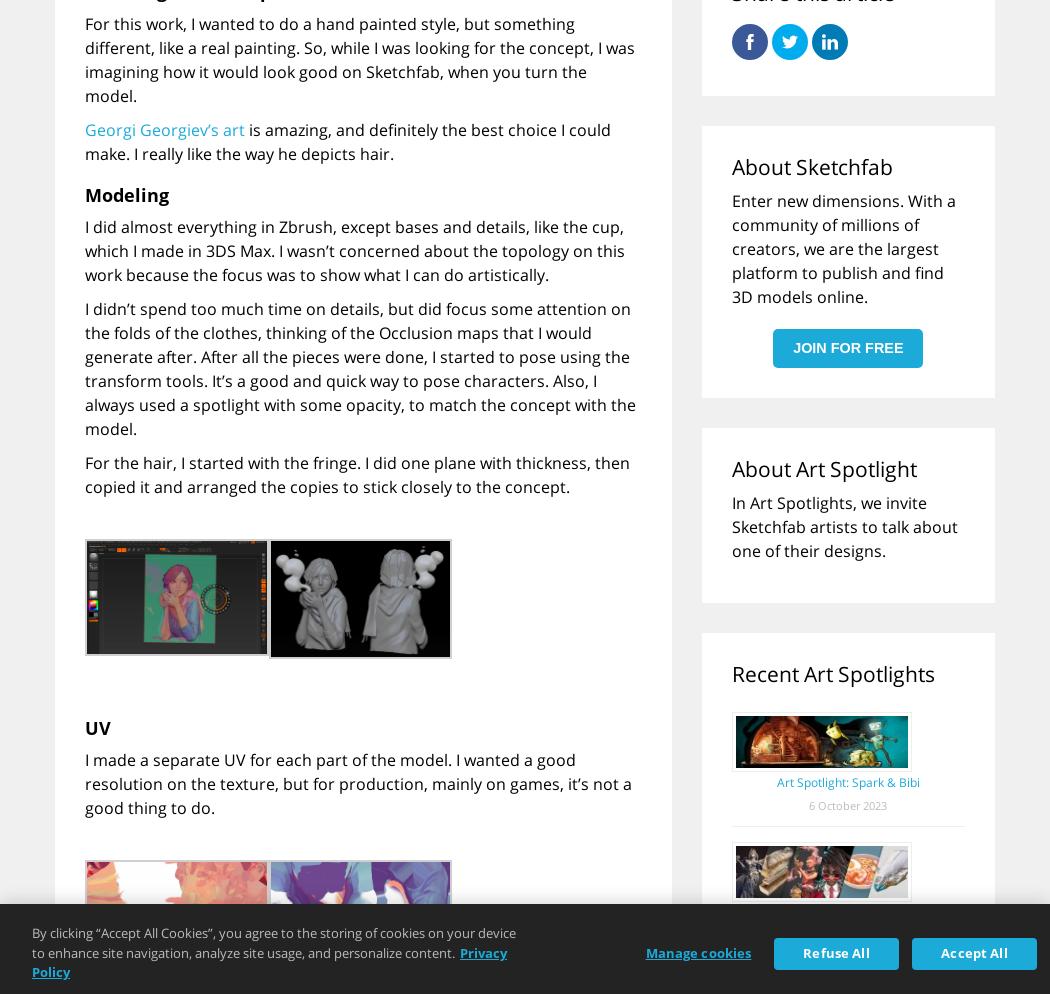 This screenshot has height=994, width=1050. I want to click on 'is amazing, and definitely the best choice I could make. I really like the way he depicts hair.', so click(85, 140).